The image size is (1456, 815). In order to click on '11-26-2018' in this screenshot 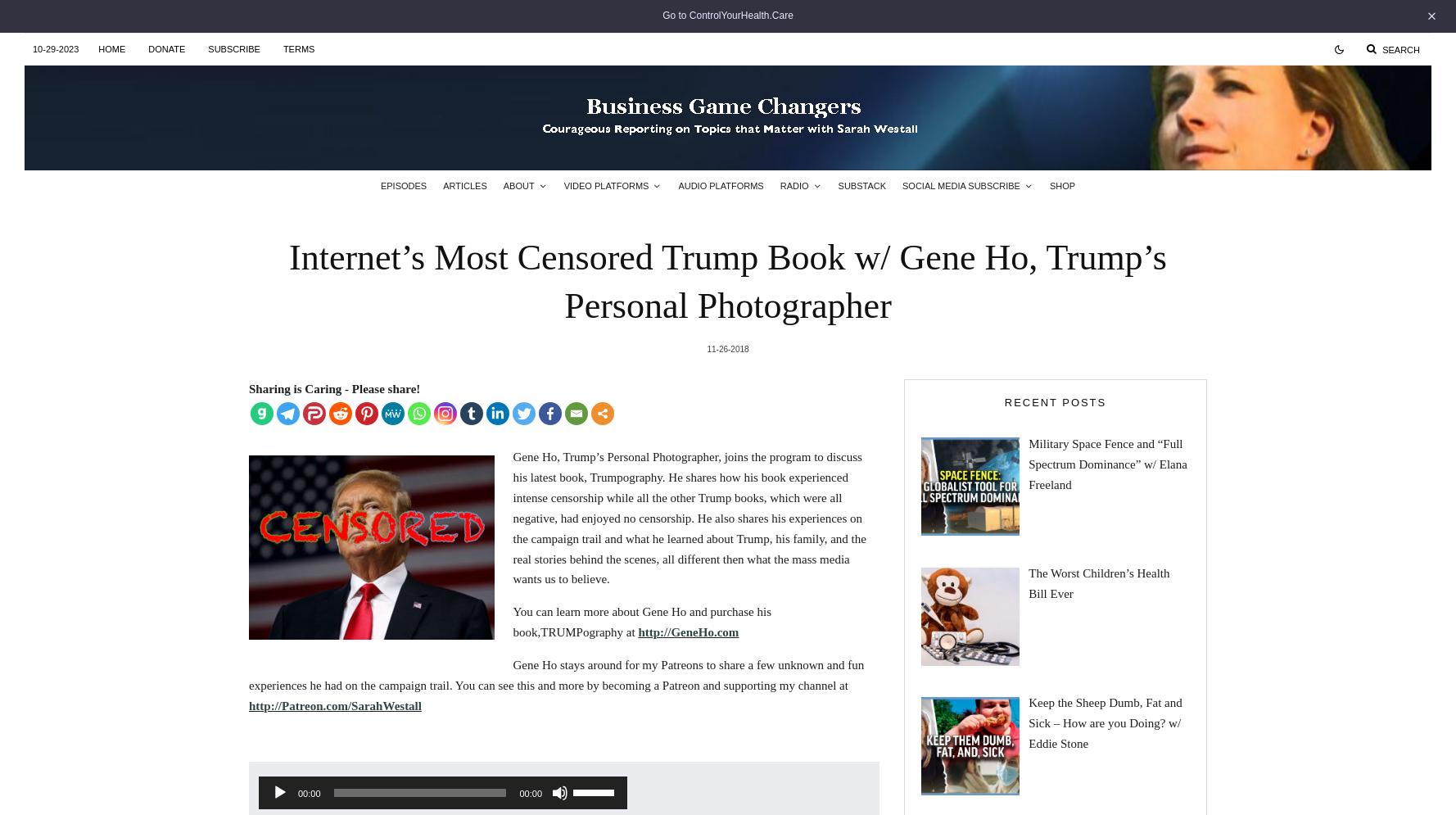, I will do `click(706, 347)`.